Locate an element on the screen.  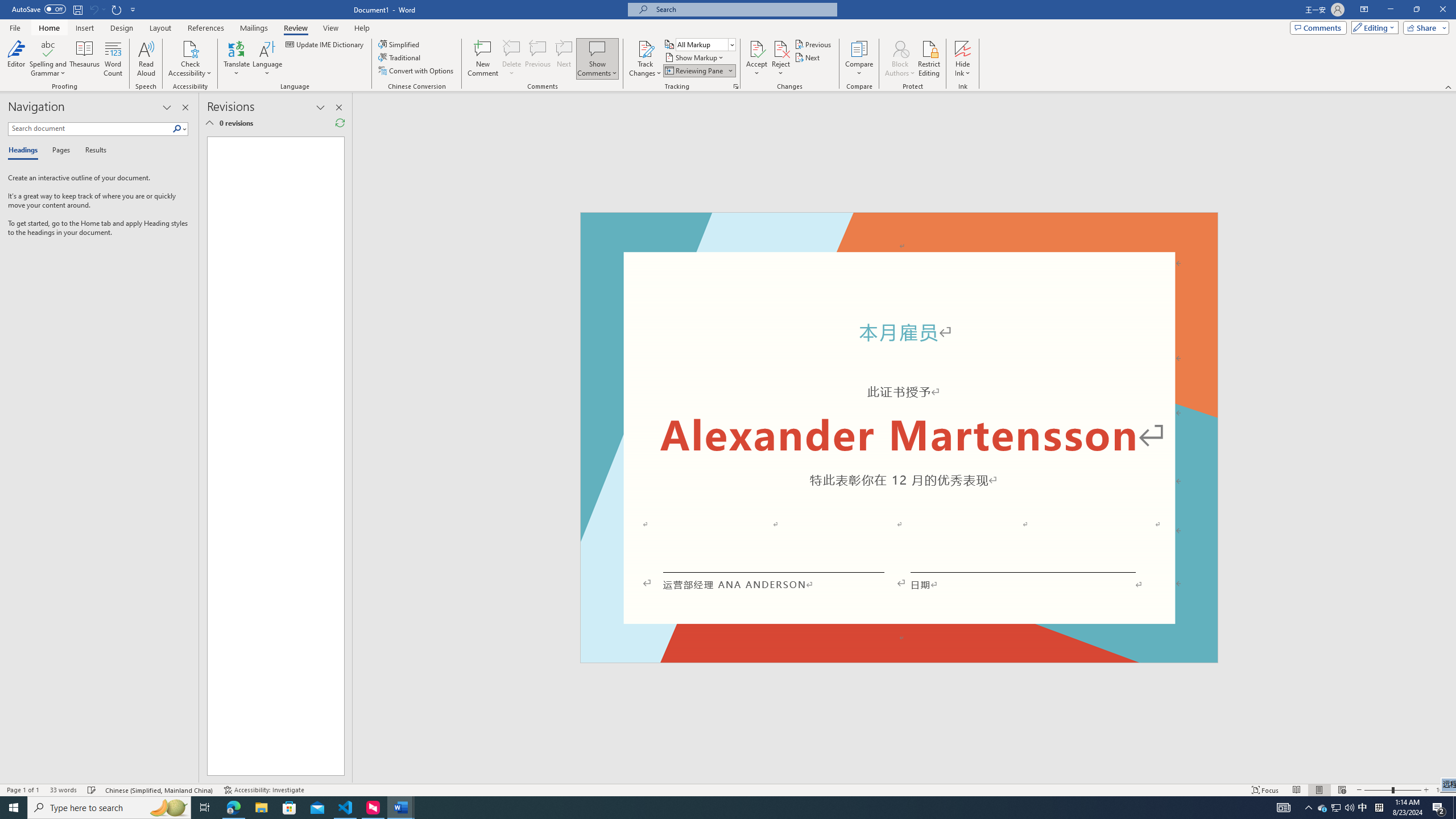
'Compare' is located at coordinates (859, 59).